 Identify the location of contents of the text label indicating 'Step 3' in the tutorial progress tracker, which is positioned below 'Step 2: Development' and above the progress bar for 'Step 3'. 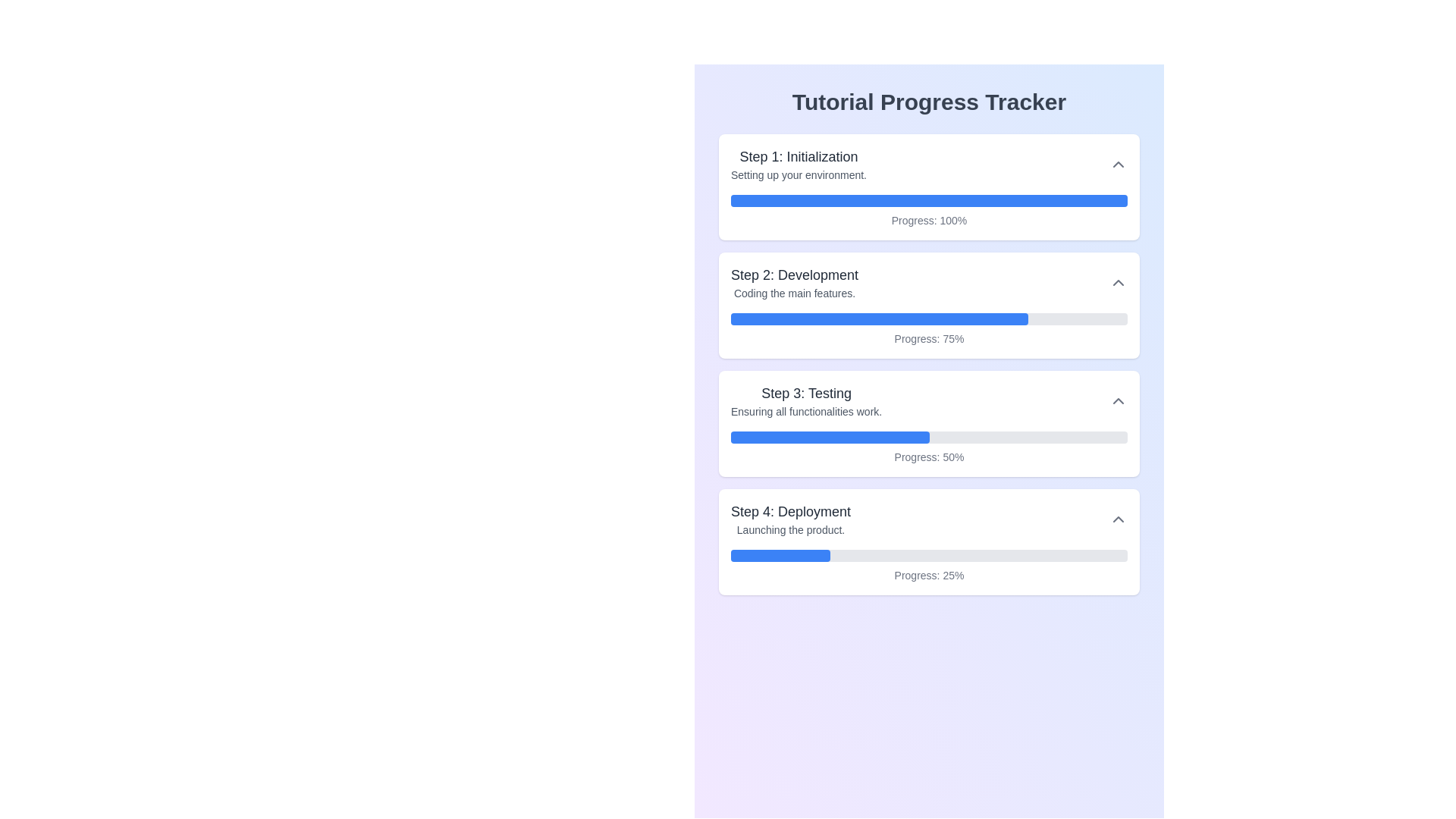
(805, 393).